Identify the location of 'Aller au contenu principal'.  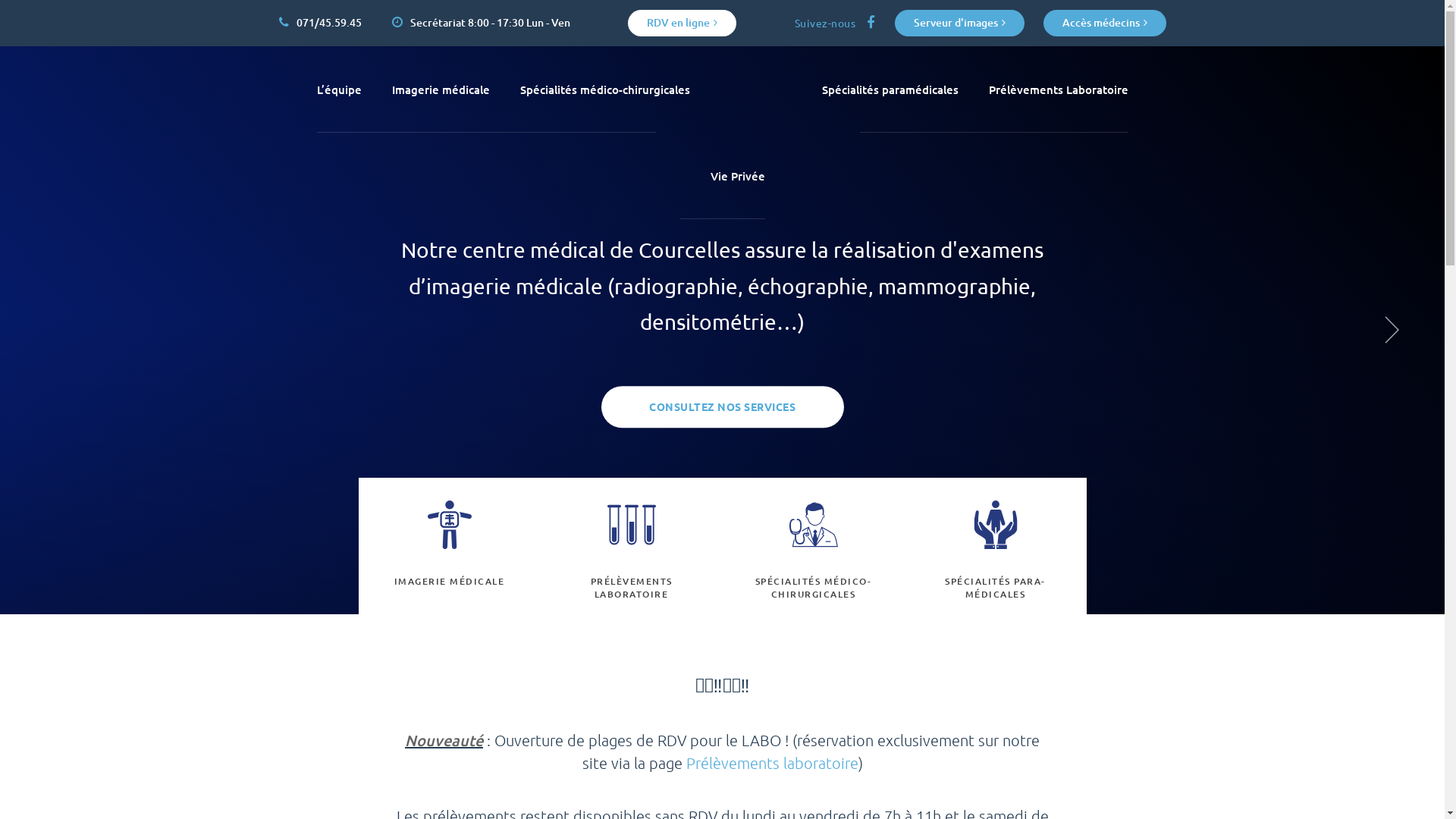
(67, 45).